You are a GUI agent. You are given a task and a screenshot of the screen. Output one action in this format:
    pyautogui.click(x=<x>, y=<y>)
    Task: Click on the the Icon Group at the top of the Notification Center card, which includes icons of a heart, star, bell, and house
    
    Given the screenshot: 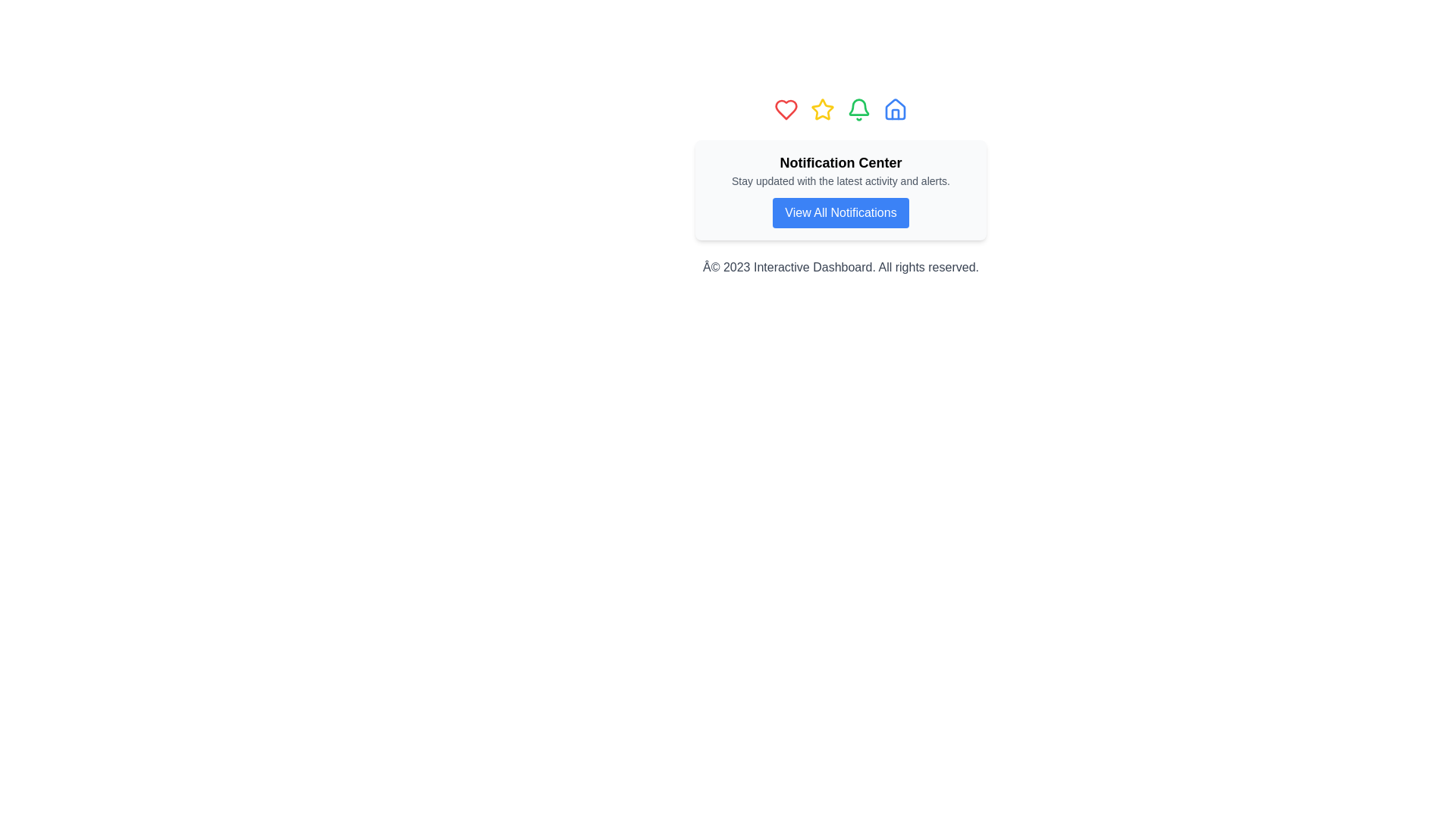 What is the action you would take?
    pyautogui.click(x=839, y=109)
    